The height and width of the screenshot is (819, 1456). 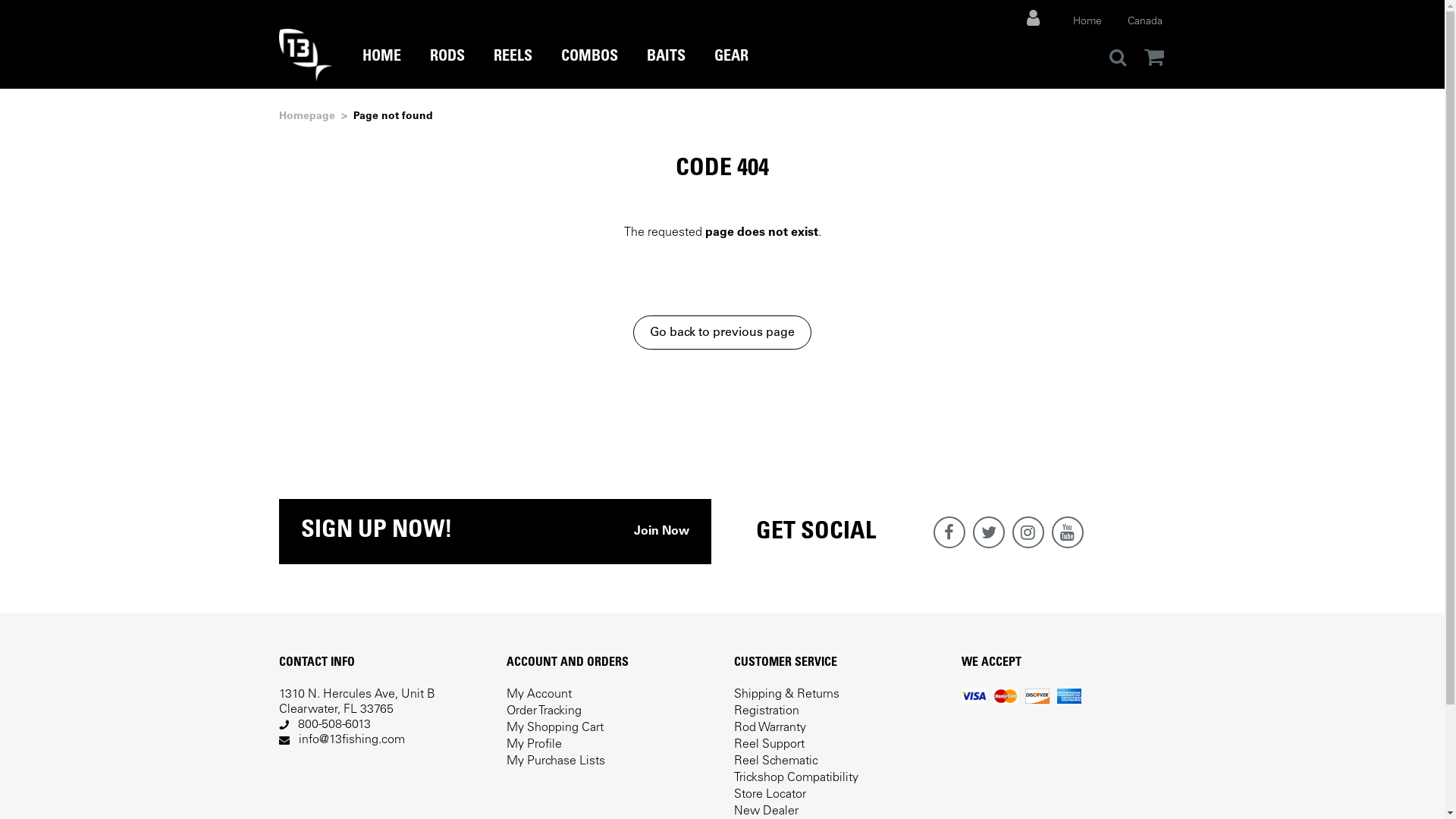 I want to click on 'Payment Methods Accepted', so click(x=1021, y=696).